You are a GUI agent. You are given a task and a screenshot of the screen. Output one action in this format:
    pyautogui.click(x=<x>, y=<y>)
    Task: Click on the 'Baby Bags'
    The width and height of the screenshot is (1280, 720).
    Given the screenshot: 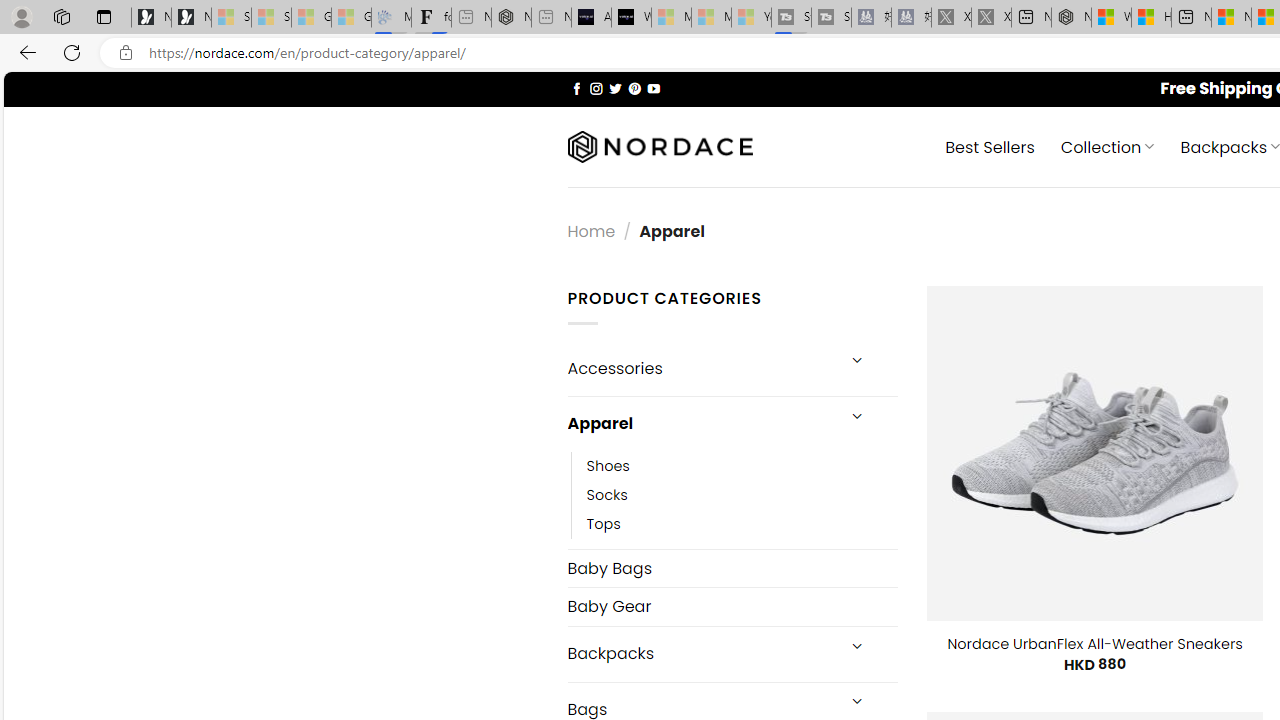 What is the action you would take?
    pyautogui.click(x=731, y=568)
    